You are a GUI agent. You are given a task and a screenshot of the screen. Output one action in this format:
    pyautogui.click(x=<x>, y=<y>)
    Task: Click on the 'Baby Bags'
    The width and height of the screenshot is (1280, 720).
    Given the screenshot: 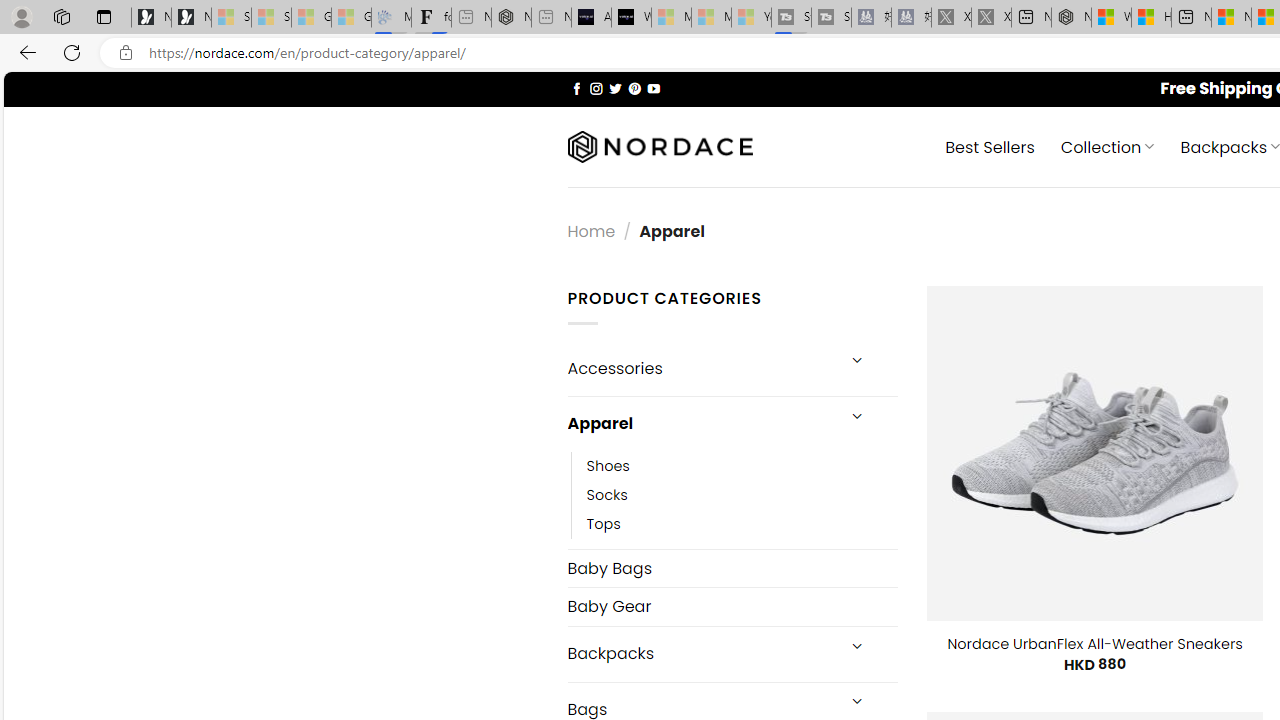 What is the action you would take?
    pyautogui.click(x=731, y=568)
    